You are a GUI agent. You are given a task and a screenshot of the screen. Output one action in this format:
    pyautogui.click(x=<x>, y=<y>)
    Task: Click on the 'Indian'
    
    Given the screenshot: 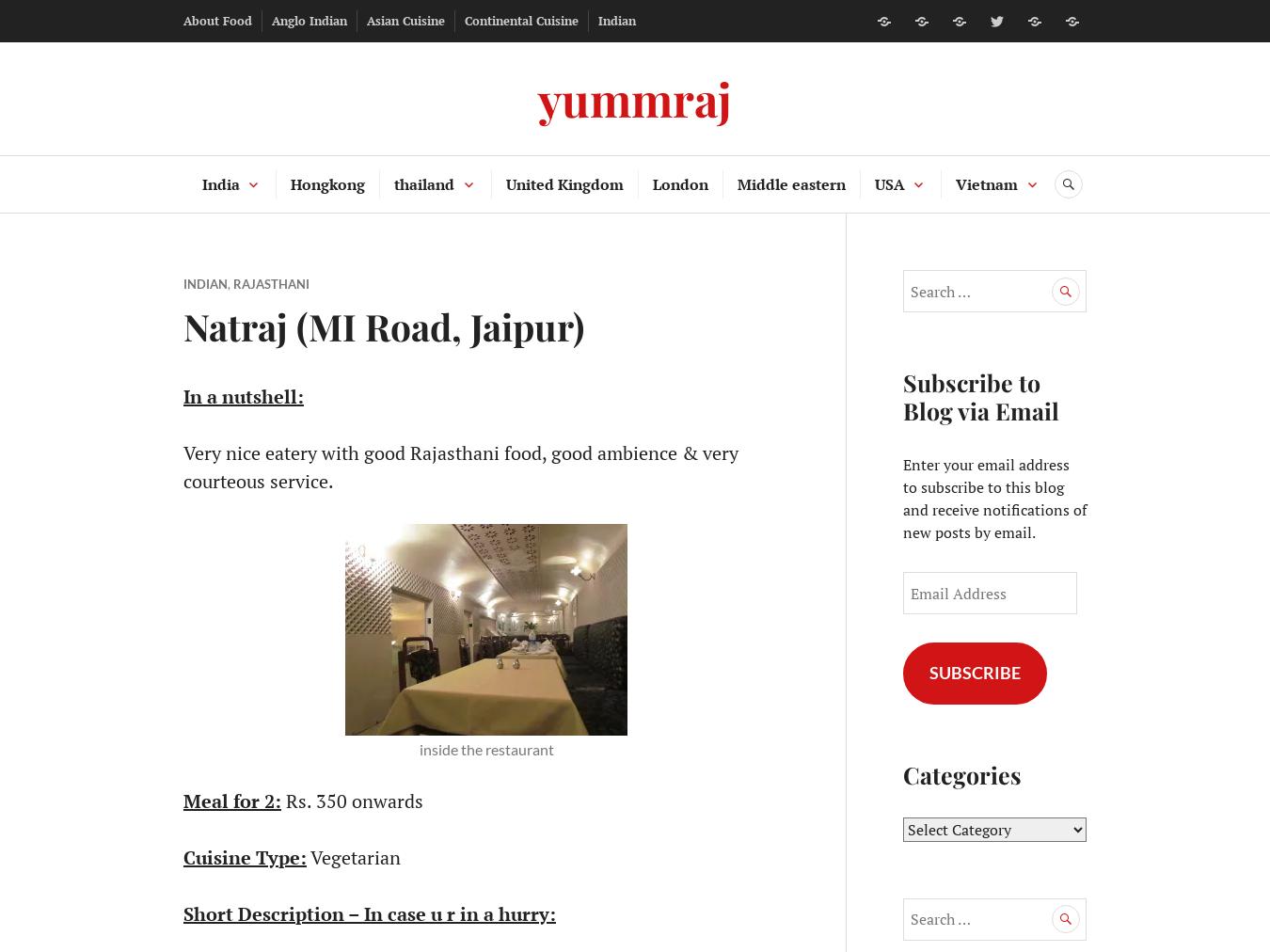 What is the action you would take?
    pyautogui.click(x=616, y=19)
    